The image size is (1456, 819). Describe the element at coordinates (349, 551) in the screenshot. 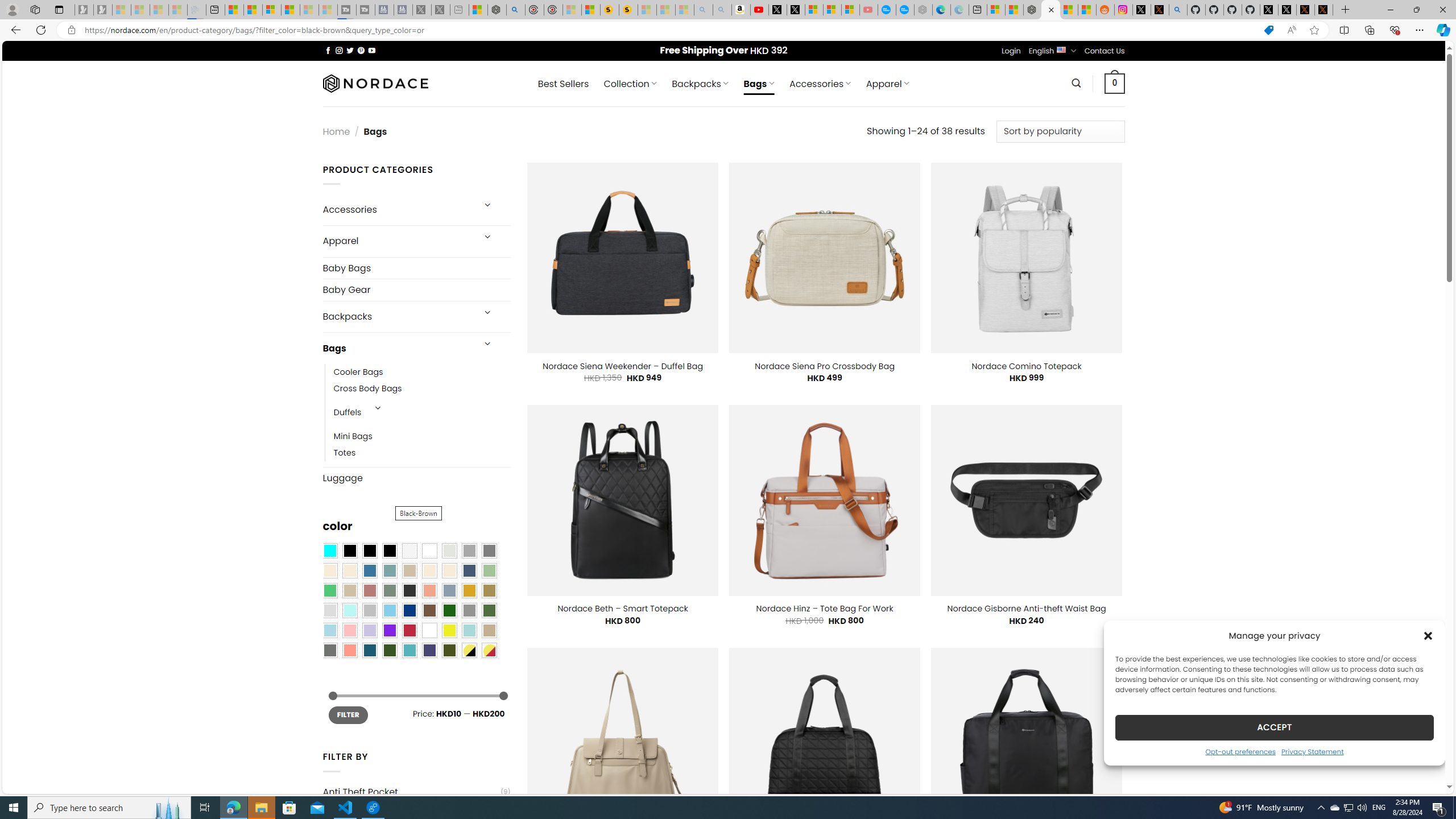

I see `'All Black'` at that location.